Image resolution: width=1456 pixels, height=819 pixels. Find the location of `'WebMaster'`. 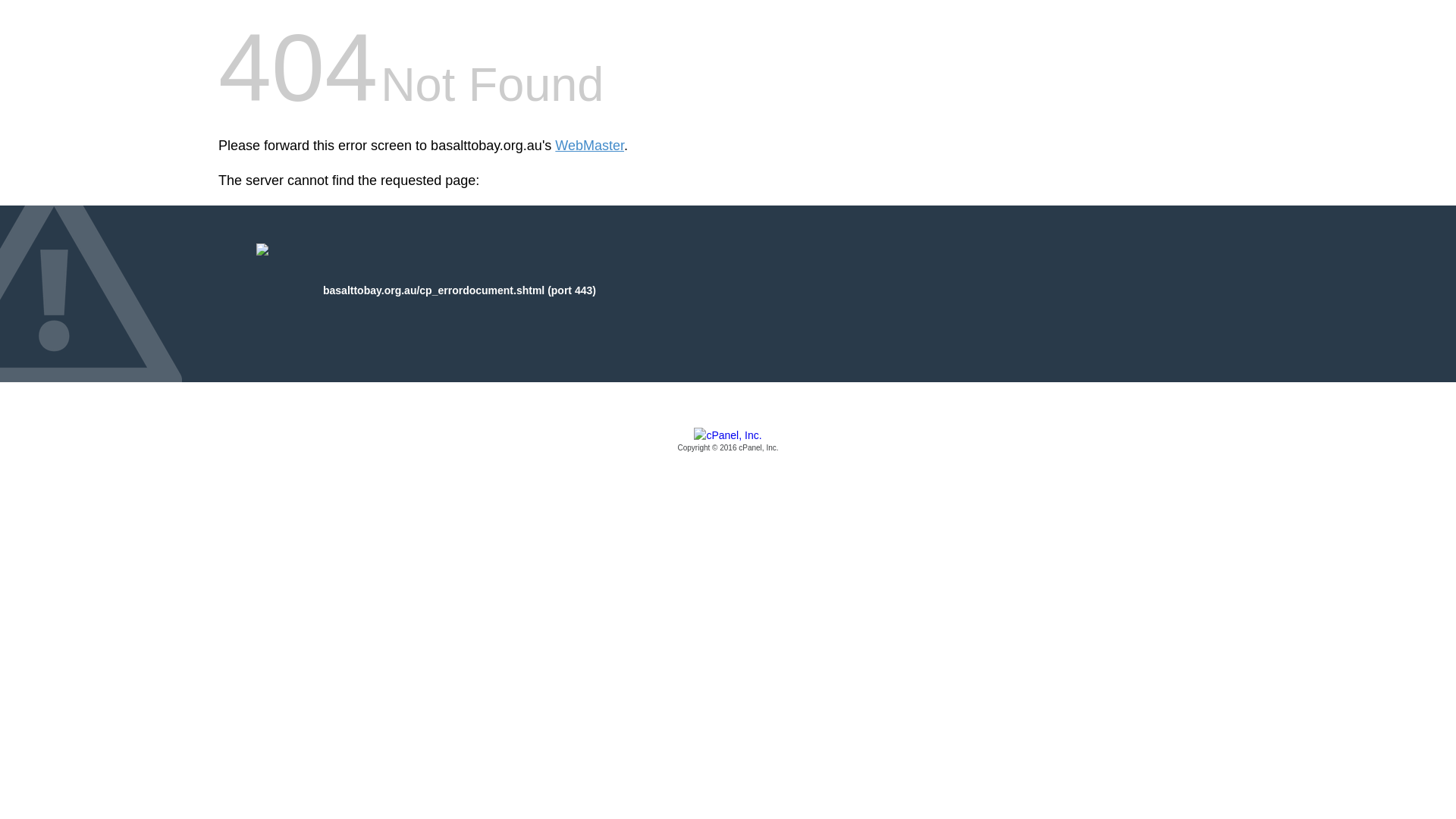

'WebMaster' is located at coordinates (554, 146).